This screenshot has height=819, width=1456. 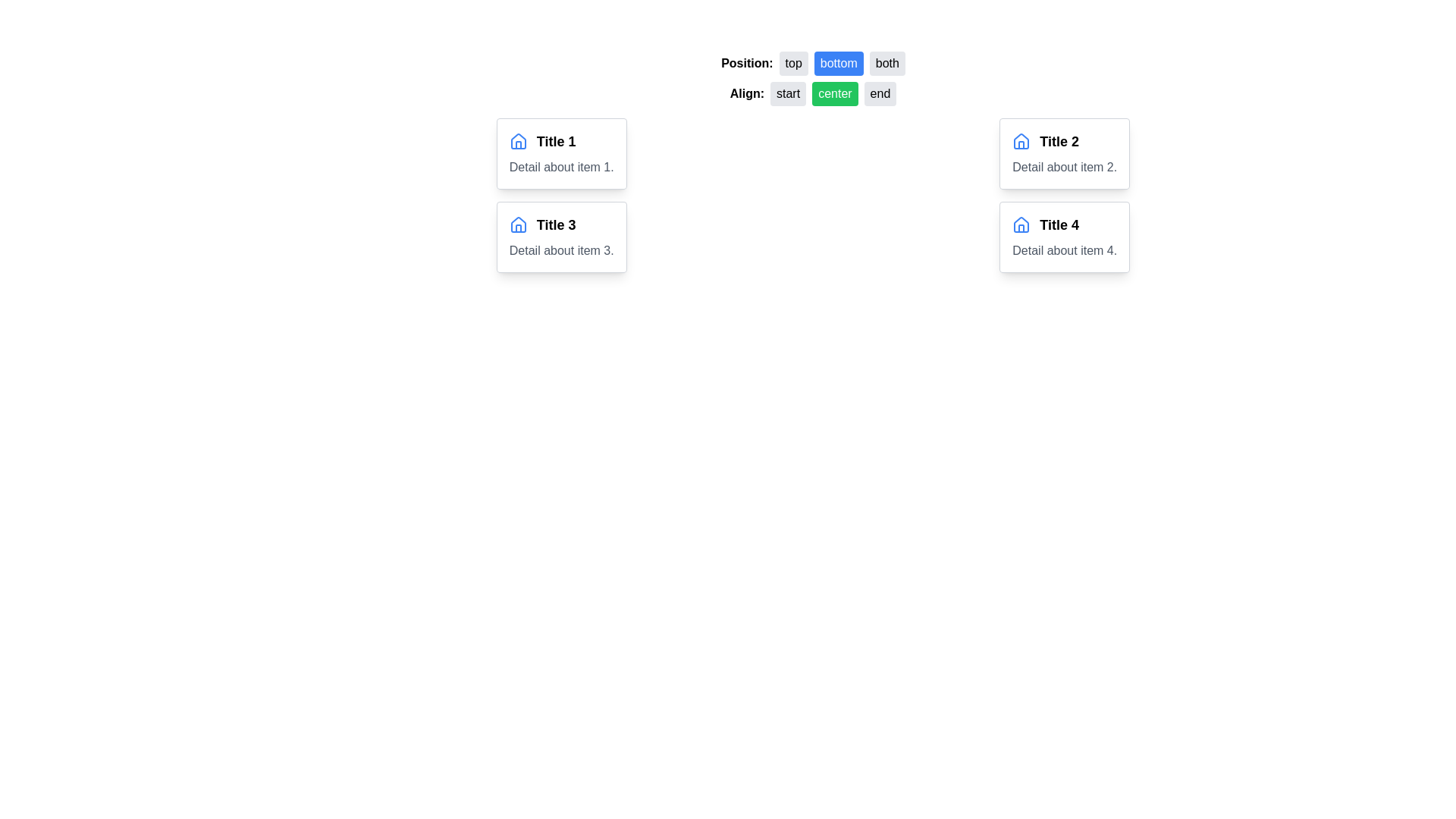 What do you see at coordinates (518, 225) in the screenshot?
I see `the house icon with a blue outline located to the left of the text label 'Title 3' within the card-like structure` at bounding box center [518, 225].